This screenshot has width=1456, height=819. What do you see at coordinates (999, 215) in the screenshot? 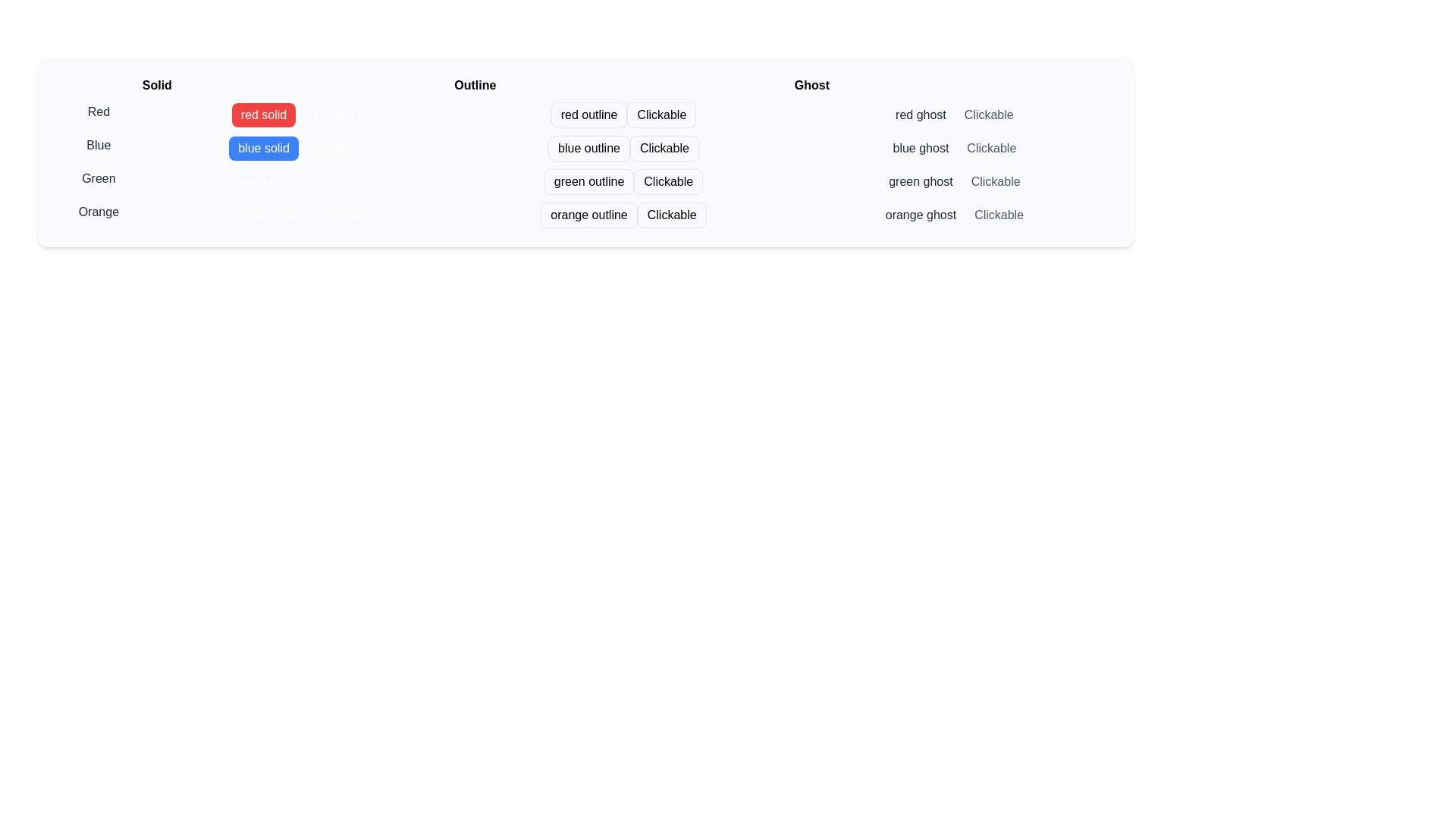
I see `the text label located in the 'Ghost' table row, which indicates that the corresponding option is interactable but does not perform any specific action on direct interaction` at bounding box center [999, 215].